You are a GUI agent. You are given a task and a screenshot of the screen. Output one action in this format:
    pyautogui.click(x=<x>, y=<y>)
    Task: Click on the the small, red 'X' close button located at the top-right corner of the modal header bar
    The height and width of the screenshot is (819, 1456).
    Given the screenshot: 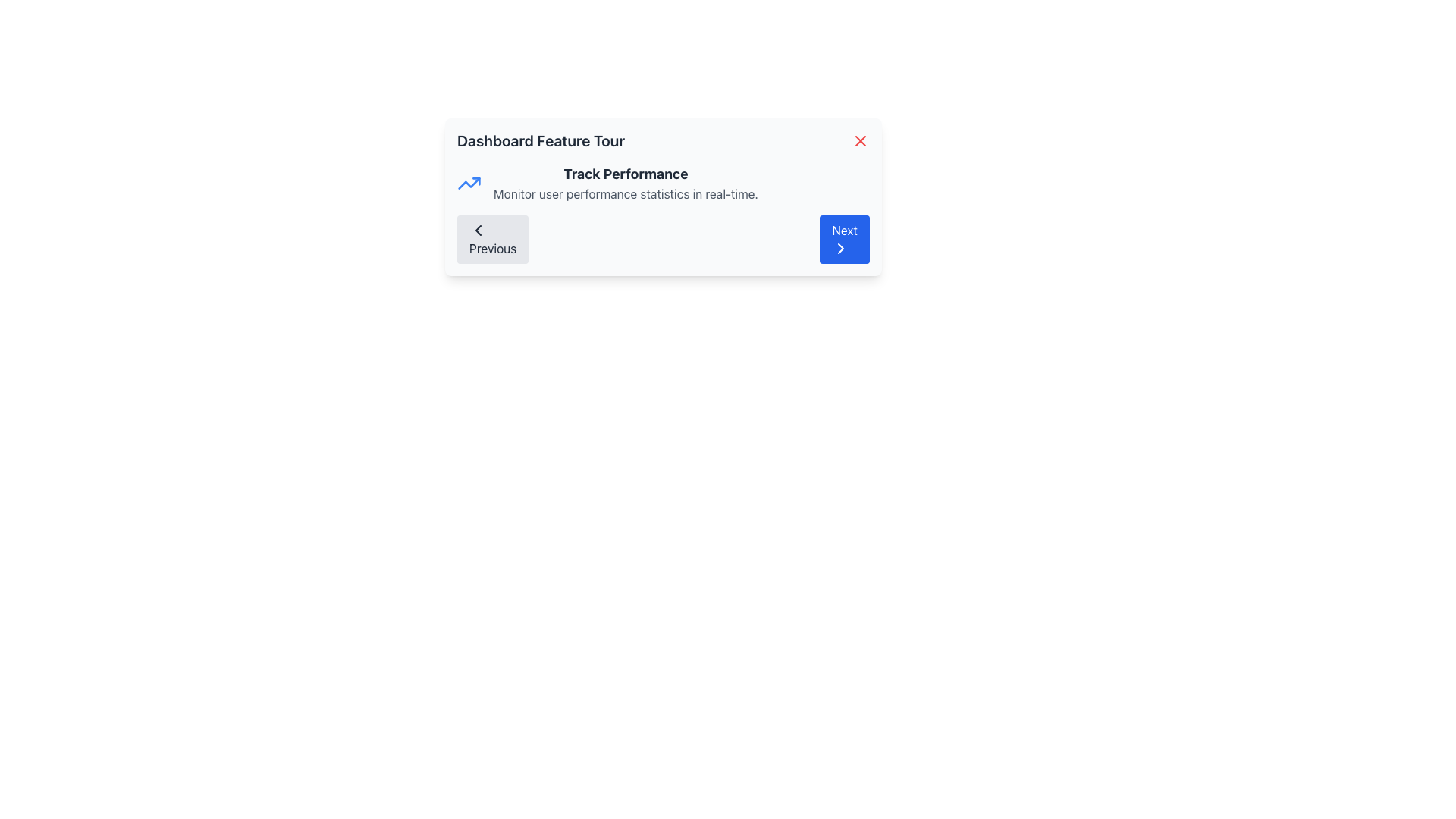 What is the action you would take?
    pyautogui.click(x=860, y=140)
    